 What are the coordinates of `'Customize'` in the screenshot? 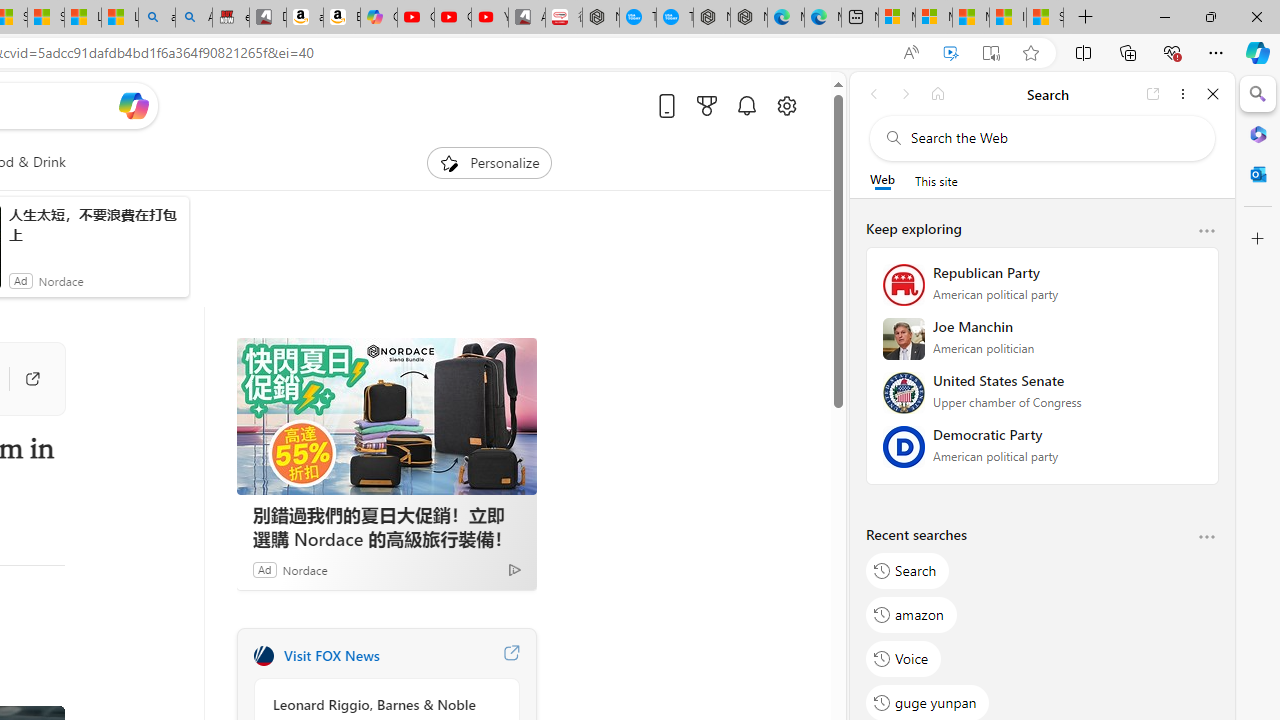 It's located at (1257, 238).